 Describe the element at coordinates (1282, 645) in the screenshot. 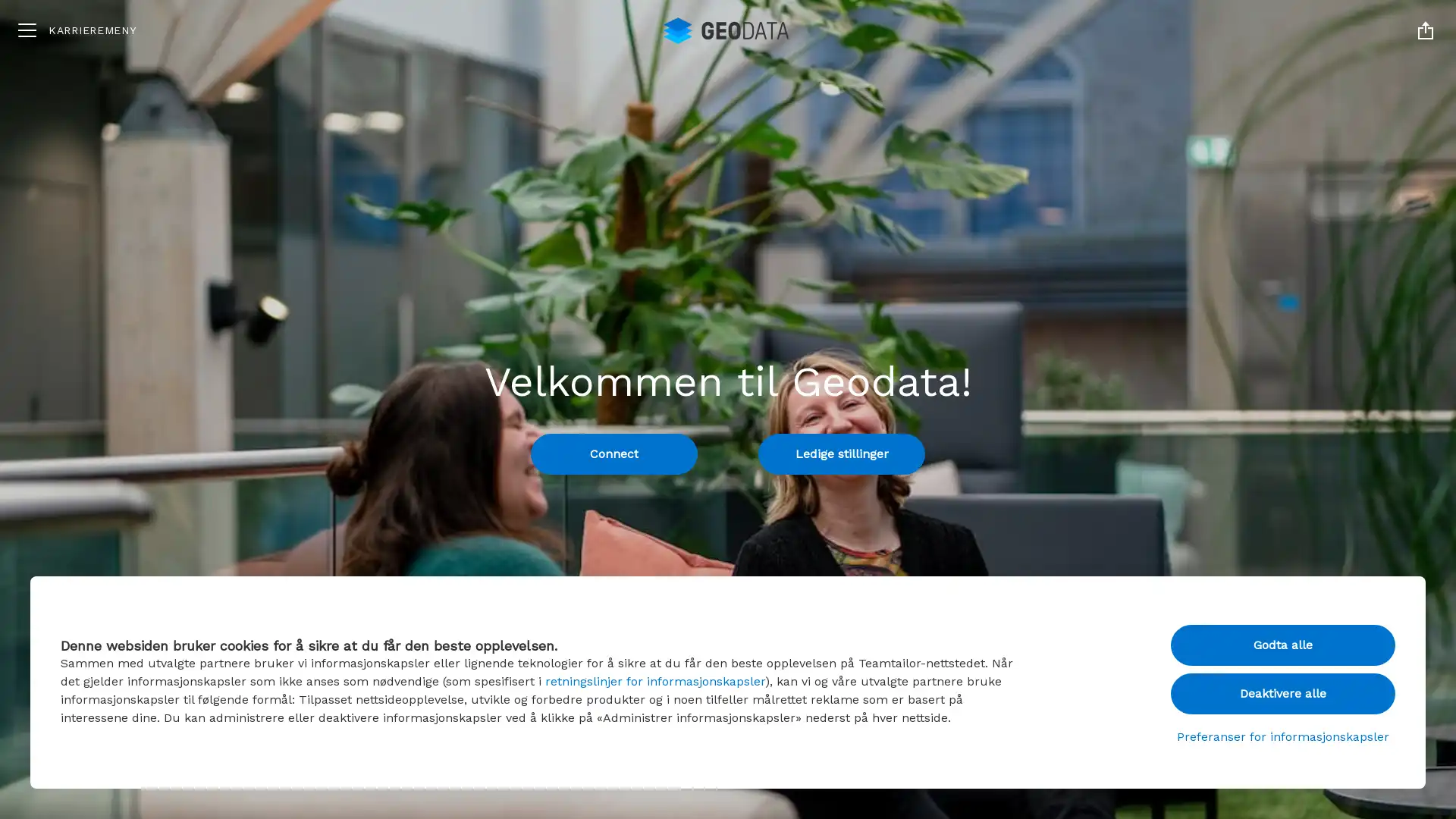

I see `Godta alle` at that location.